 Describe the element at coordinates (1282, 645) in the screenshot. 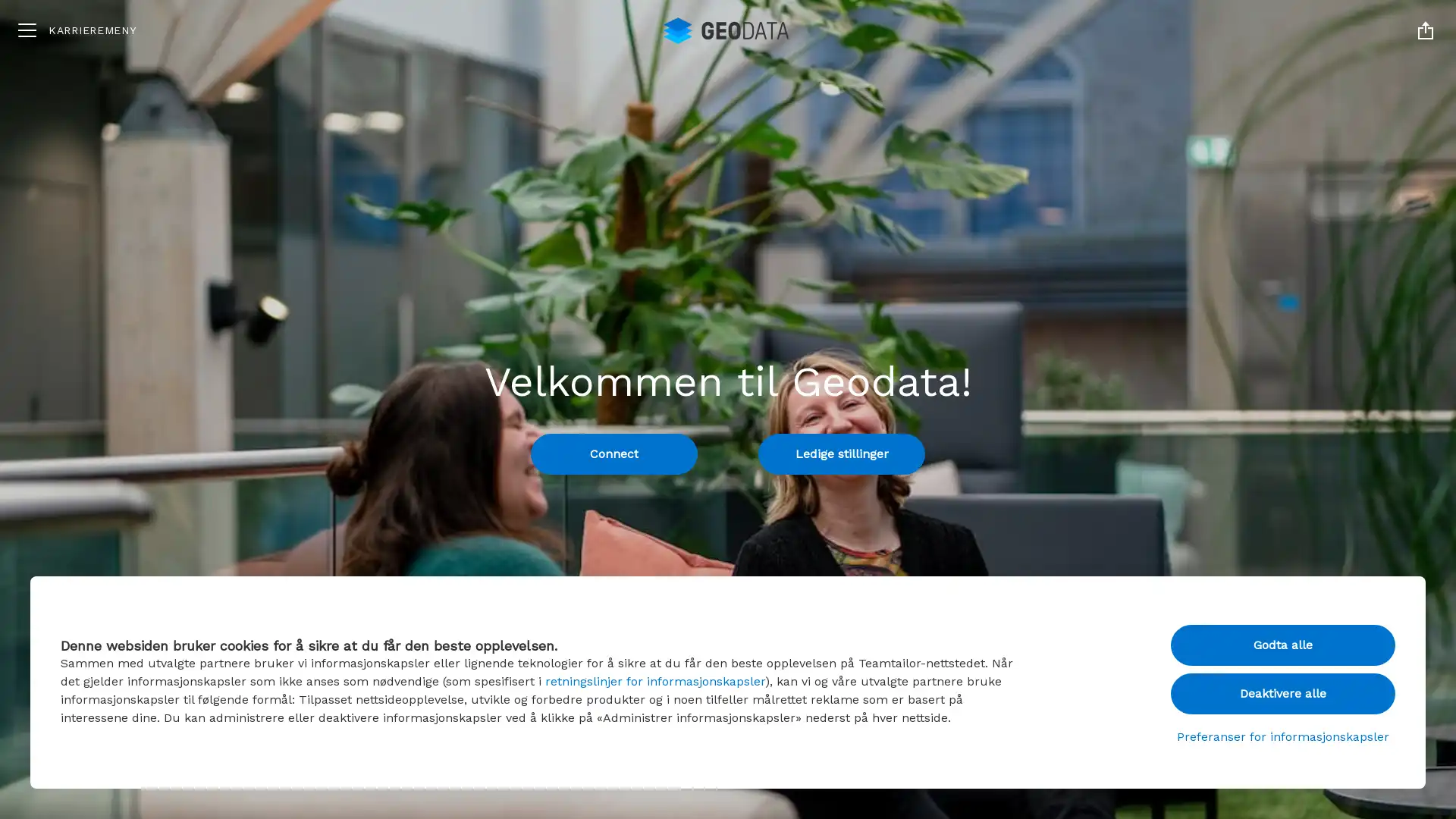

I see `Godta alle` at that location.